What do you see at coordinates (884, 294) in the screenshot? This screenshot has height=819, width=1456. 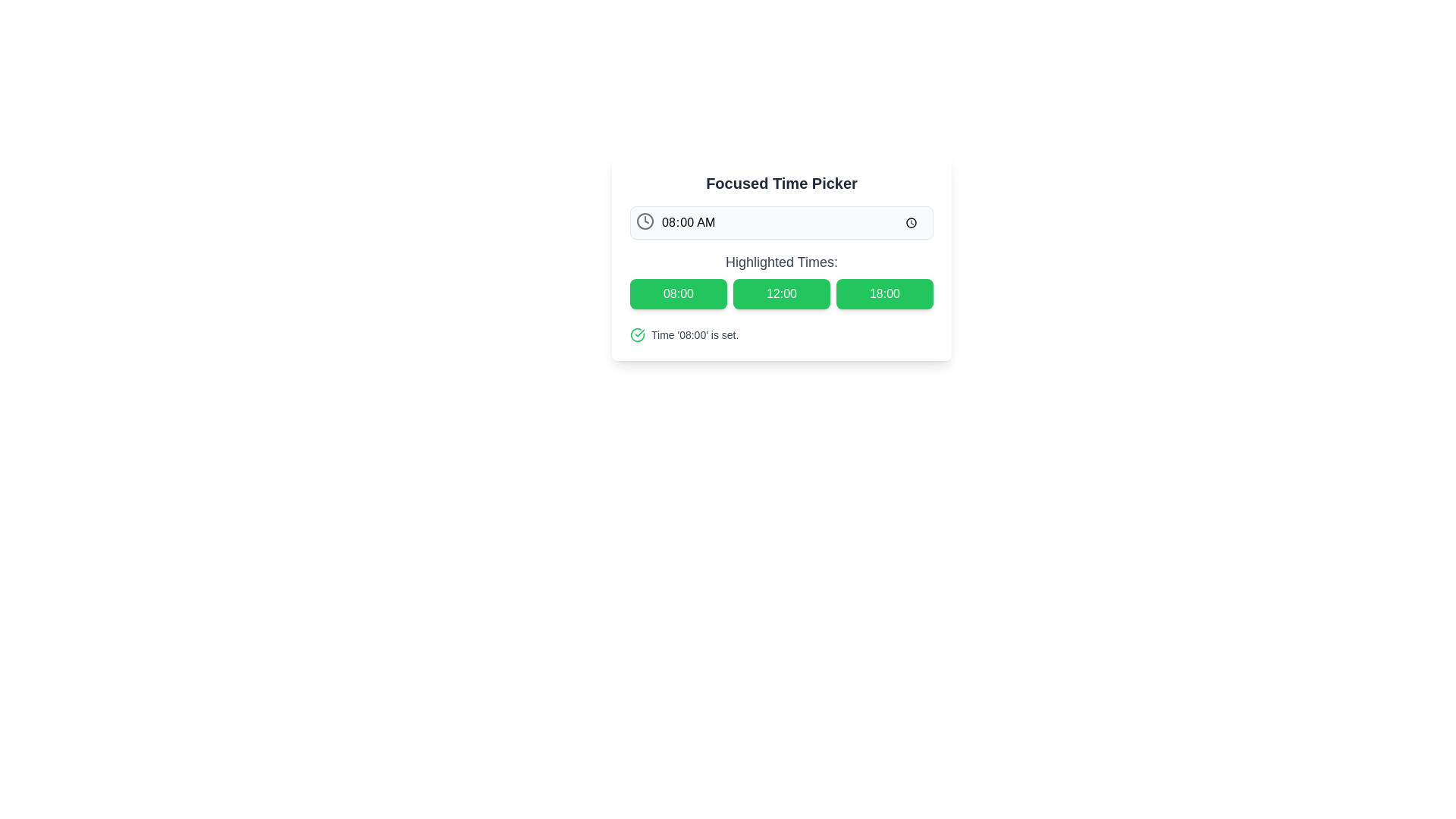 I see `the time selection button labeled '6:00 PM' in the Focused Time Picker interface` at bounding box center [884, 294].